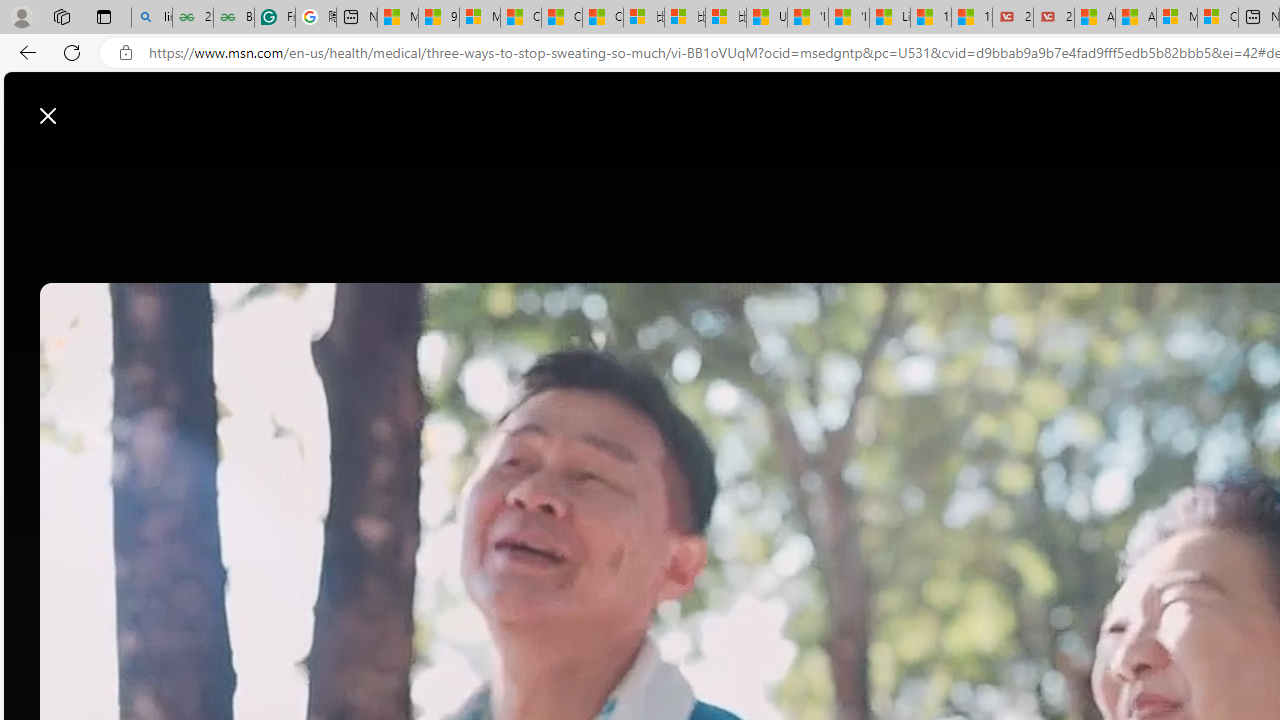 The image size is (1280, 720). Describe the element at coordinates (1216, 17) in the screenshot. I see `'Cloud Computing Services | Microsoft Azure'` at that location.